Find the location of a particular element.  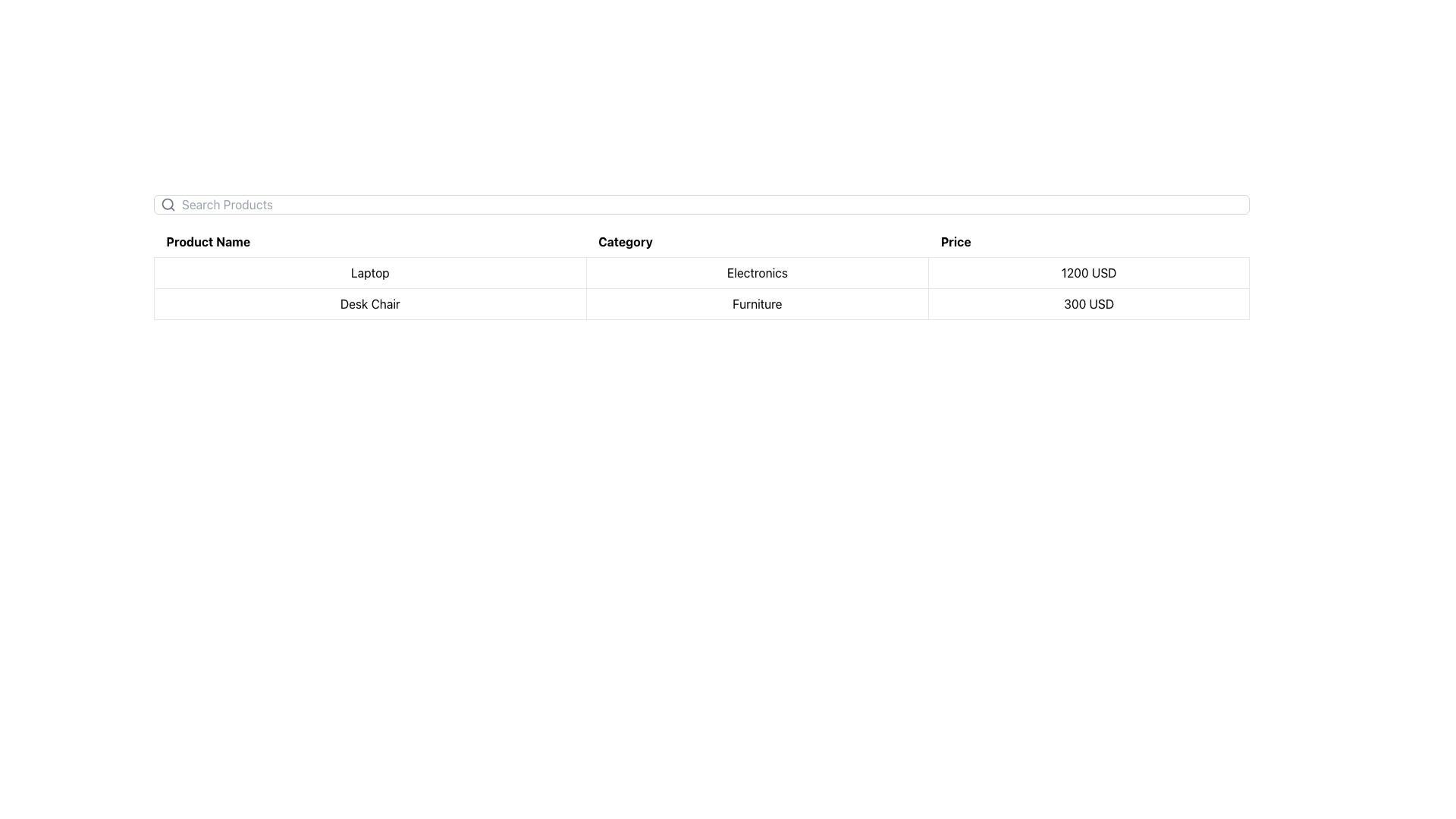

the SVG Circle element, which is centrally positioned within a search lens icon in the upper-left part of the interface is located at coordinates (168, 203).